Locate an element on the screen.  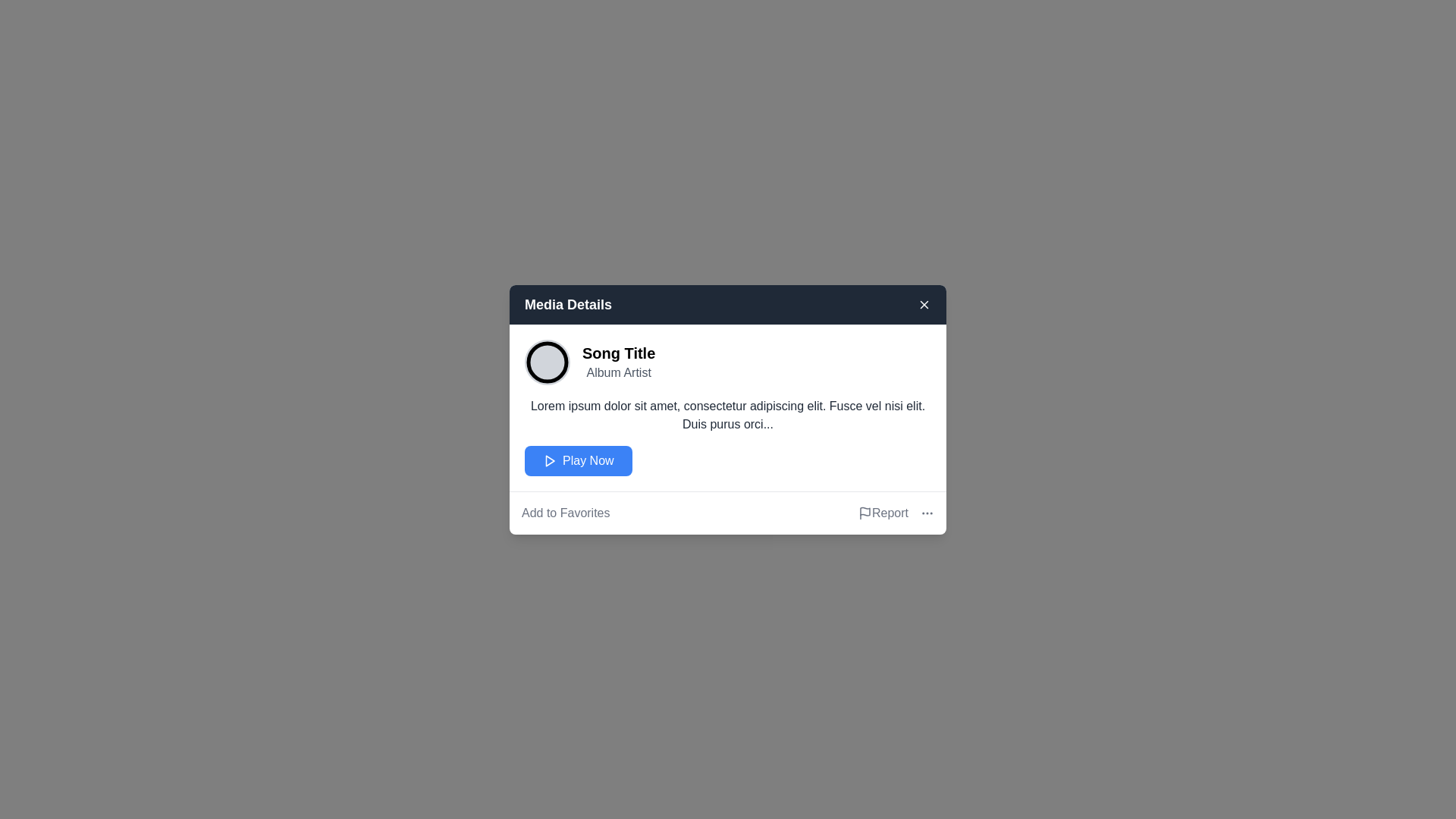
programmatically on the graphical close button represented as an SVG element located in the top-right corner of the dark blue header bar of the modal is located at coordinates (924, 304).